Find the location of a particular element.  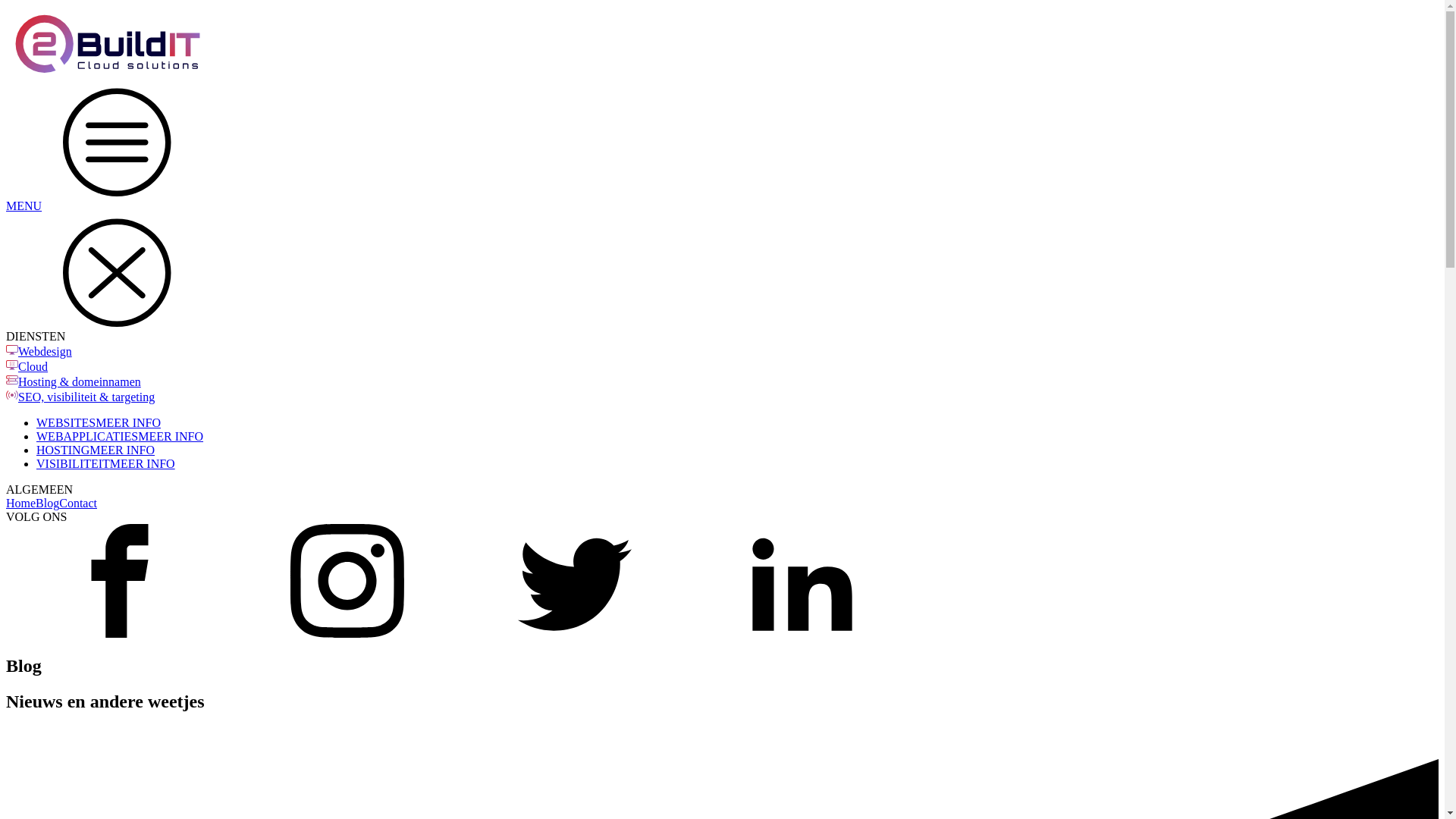

'MEER INFO' is located at coordinates (108, 463).